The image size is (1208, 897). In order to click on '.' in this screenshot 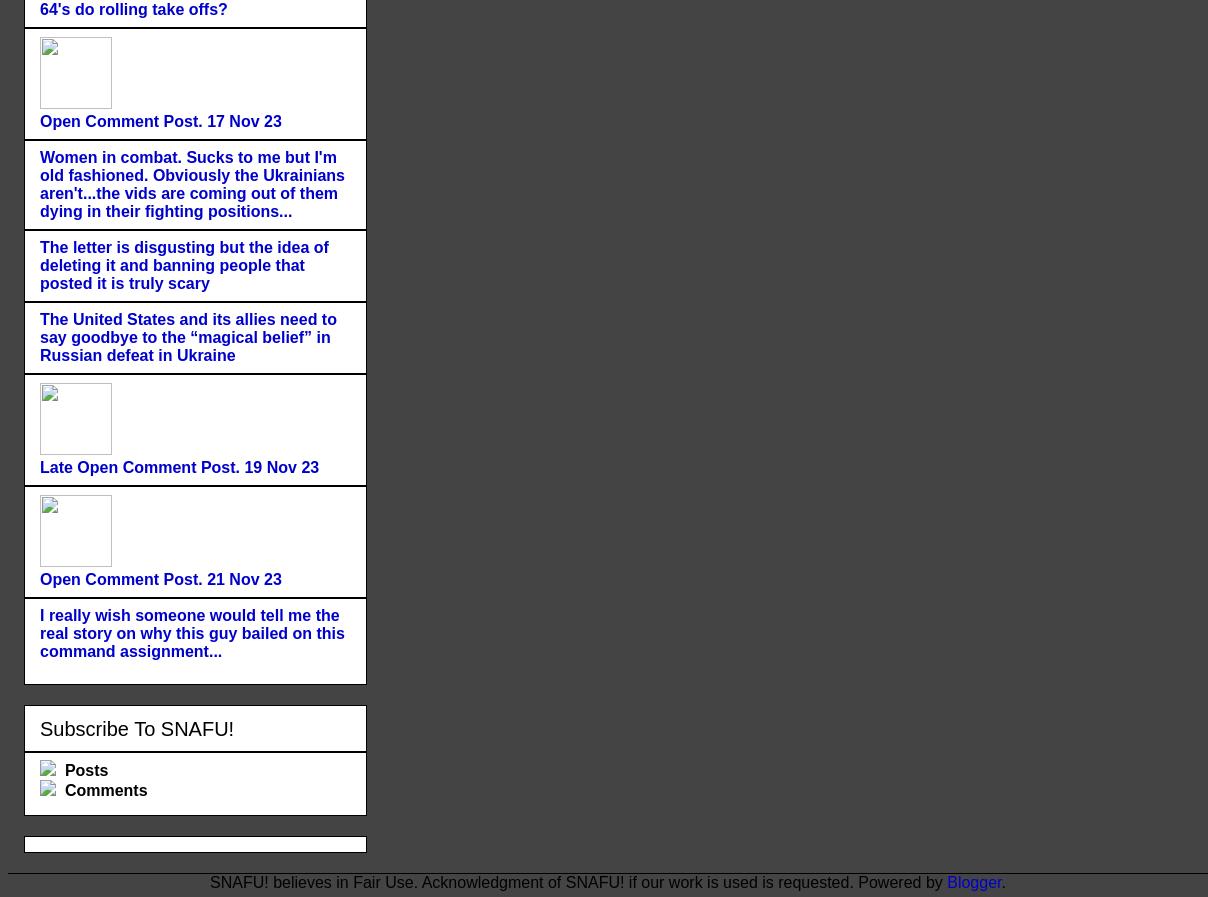, I will do `click(1002, 881)`.